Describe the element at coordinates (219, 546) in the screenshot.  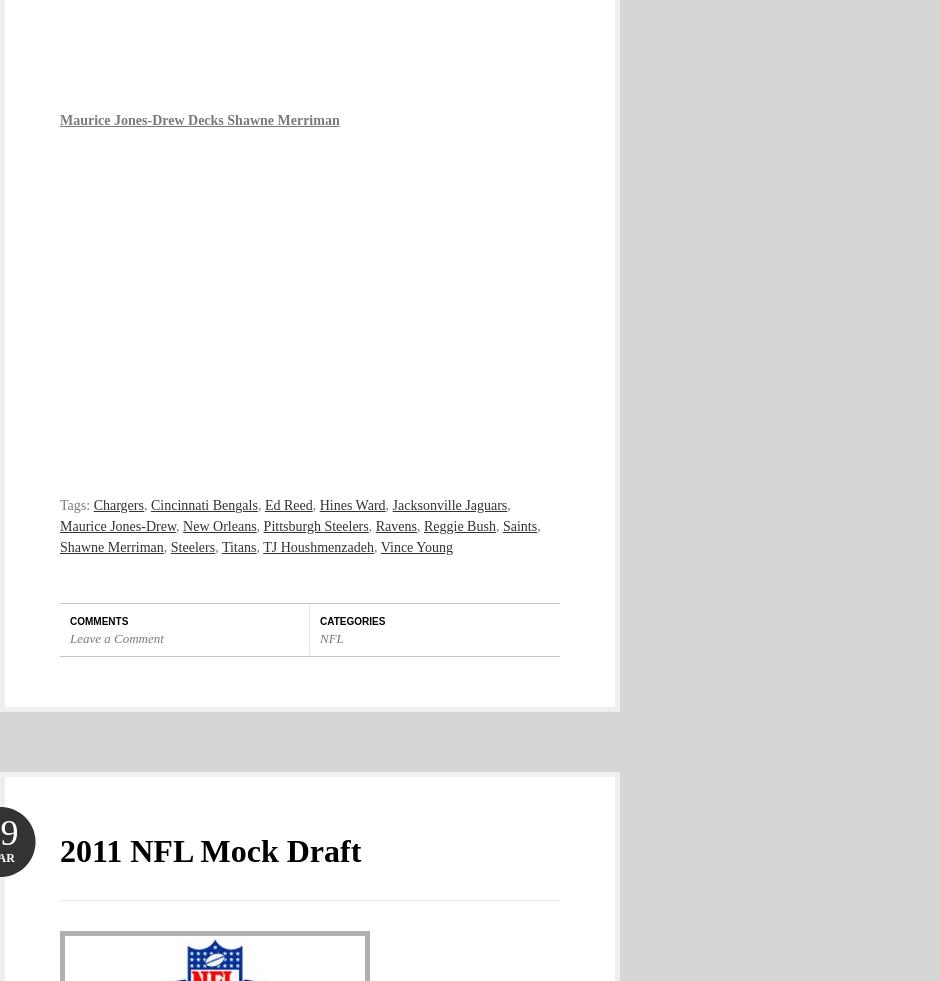
I see `'Titans'` at that location.